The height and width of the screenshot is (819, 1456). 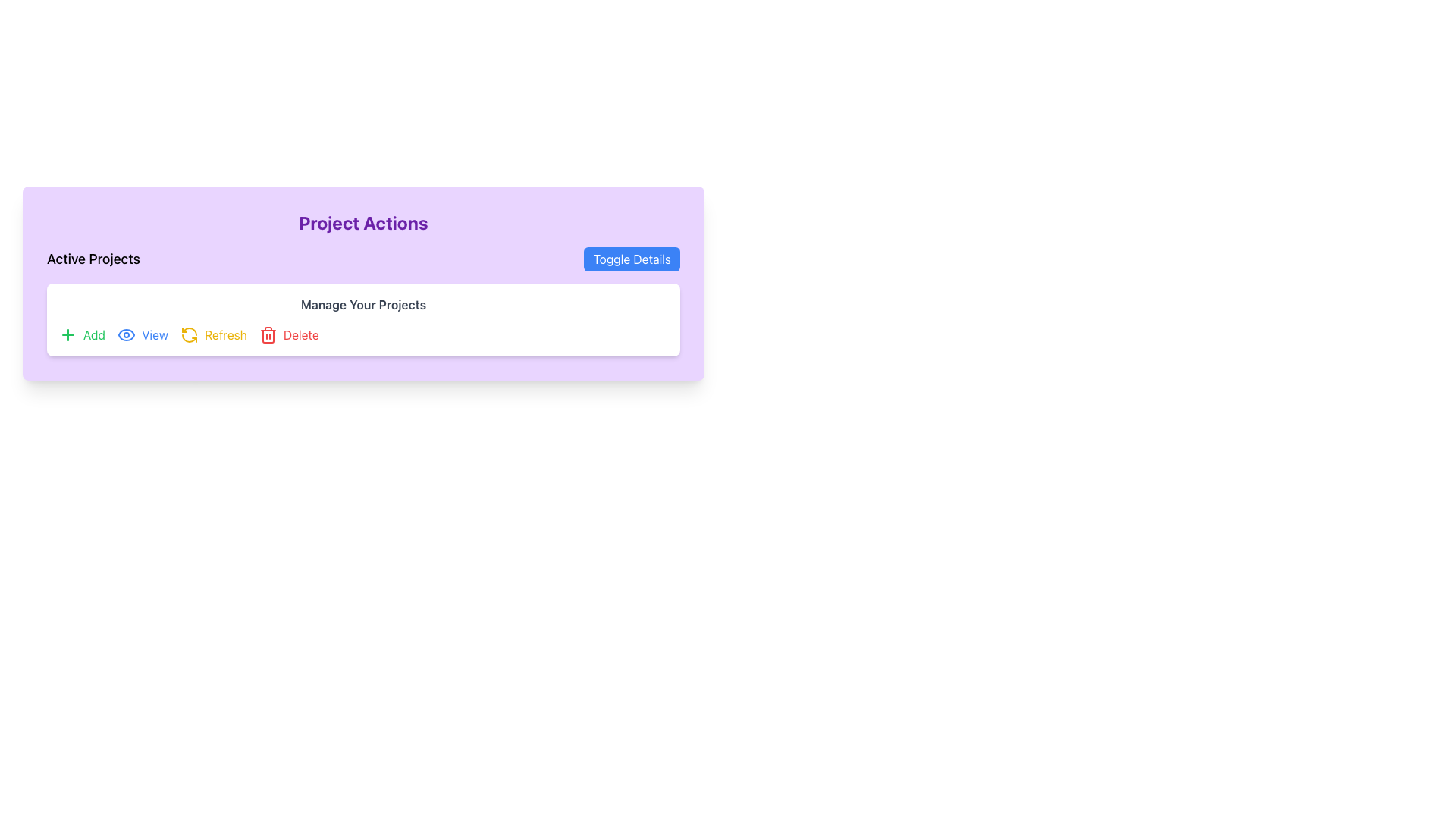 I want to click on the green plus sign icon located to the left of the 'Add' button, which is the first button in the sequence of buttons including 'View', 'Refresh', and 'Delete', so click(x=67, y=334).